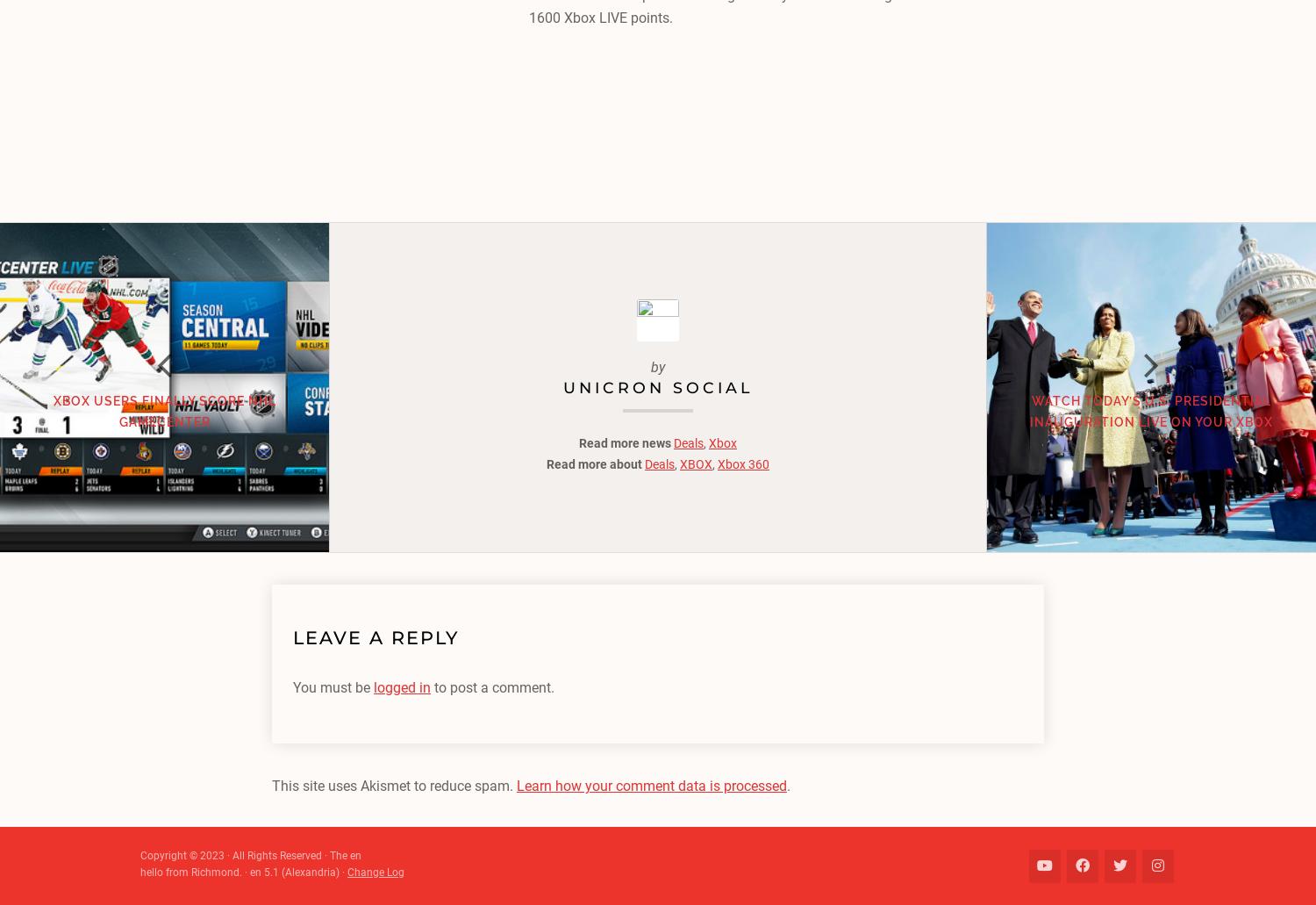 This screenshot has height=905, width=1316. I want to click on 'Watch today’s U.S. Presidential Inauguration live on your Xbox', so click(1151, 410).